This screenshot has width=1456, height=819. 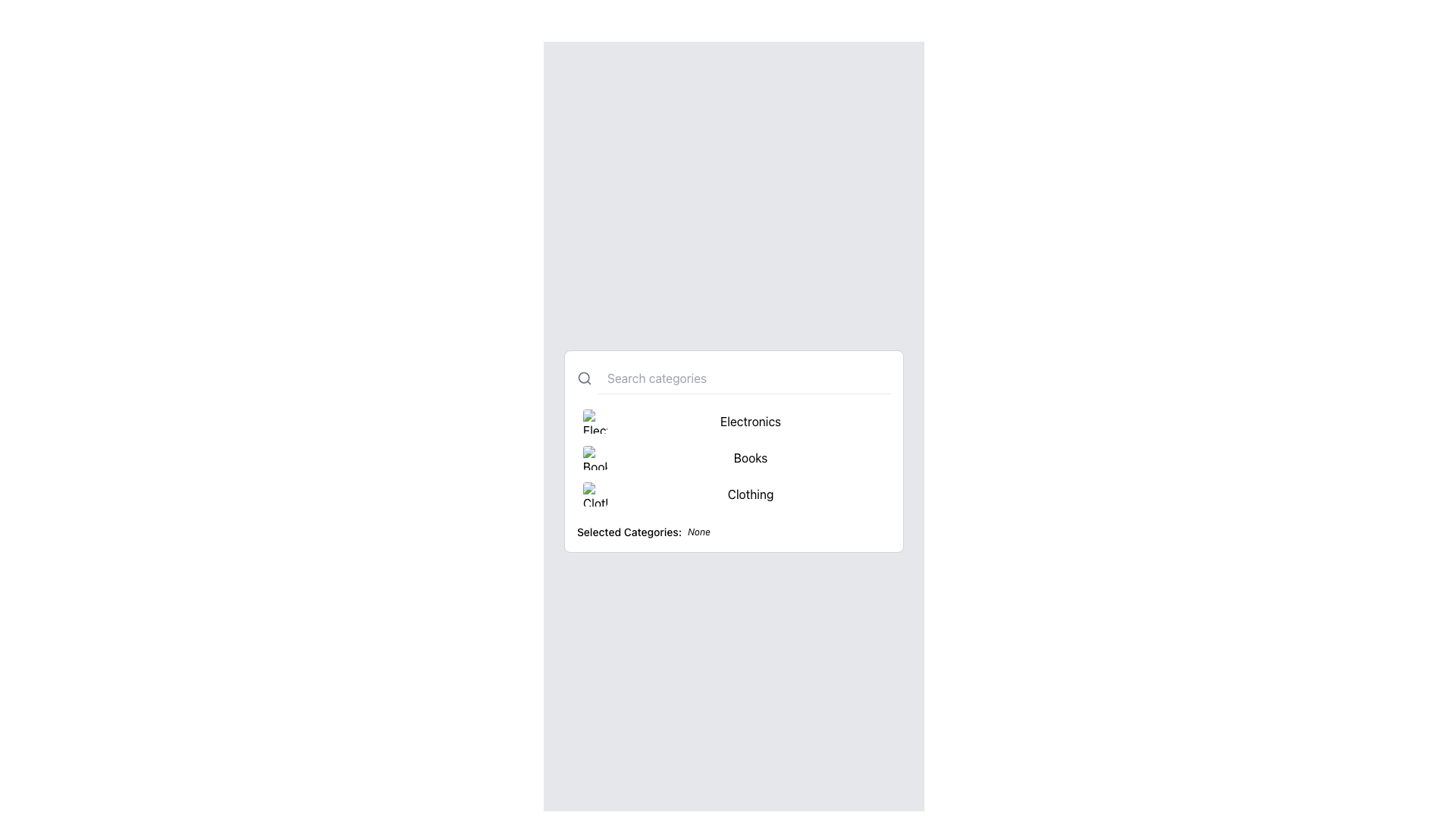 What do you see at coordinates (583, 377) in the screenshot?
I see `the circle element of the search icon, which is a decorative part of the SVG component located in the top-left side of the search input field` at bounding box center [583, 377].